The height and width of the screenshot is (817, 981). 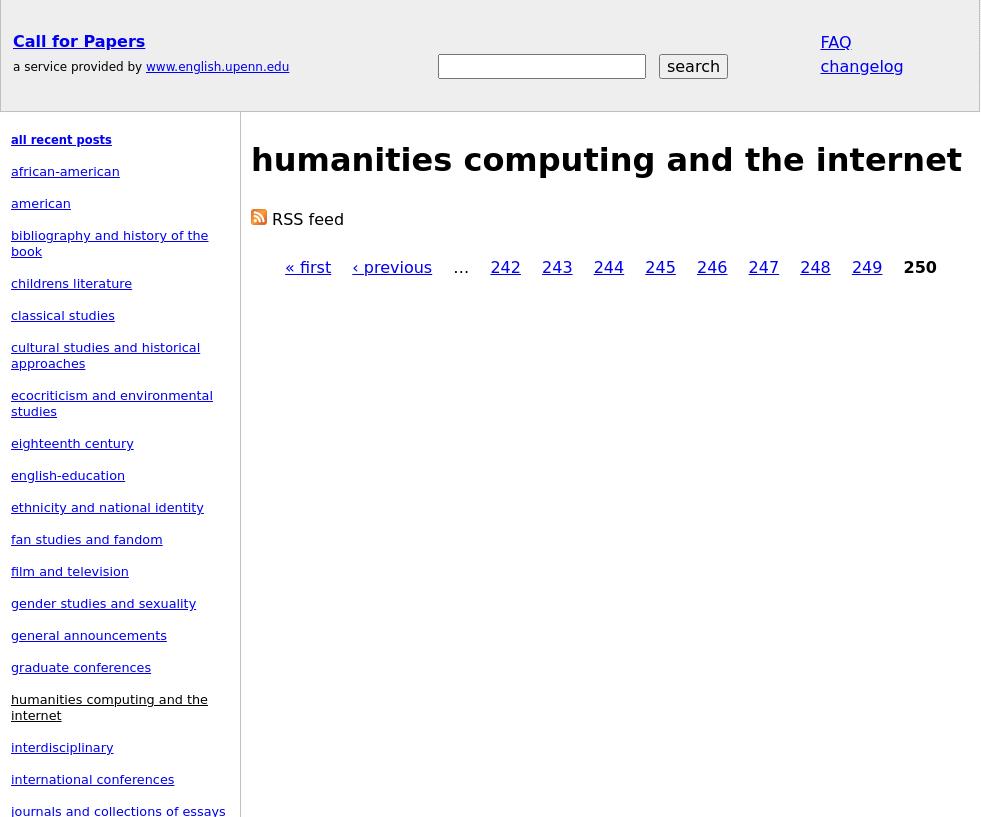 I want to click on '247', so click(x=763, y=267).